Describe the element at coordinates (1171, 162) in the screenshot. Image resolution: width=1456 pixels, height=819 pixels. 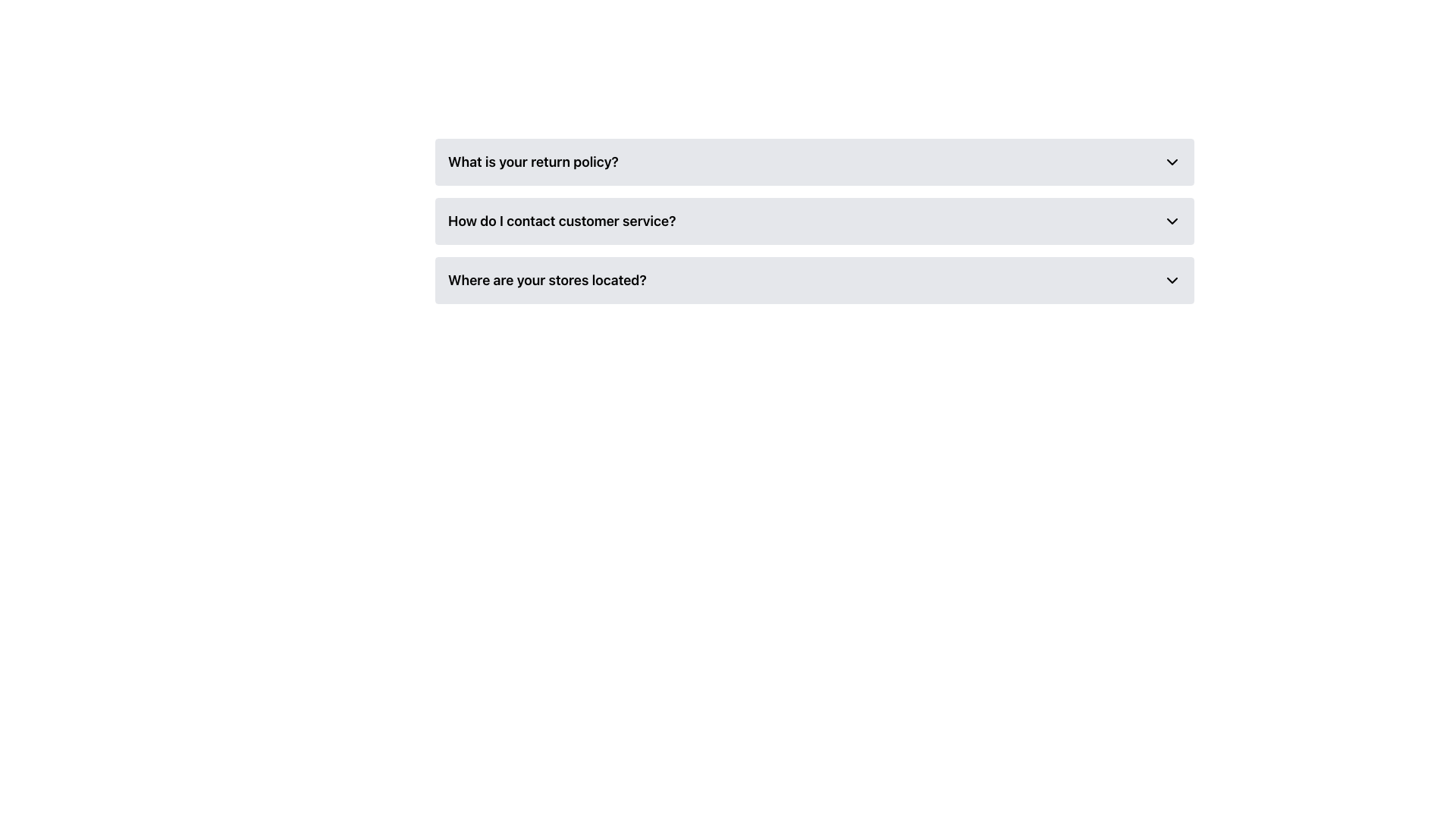
I see `the chevron icon` at that location.